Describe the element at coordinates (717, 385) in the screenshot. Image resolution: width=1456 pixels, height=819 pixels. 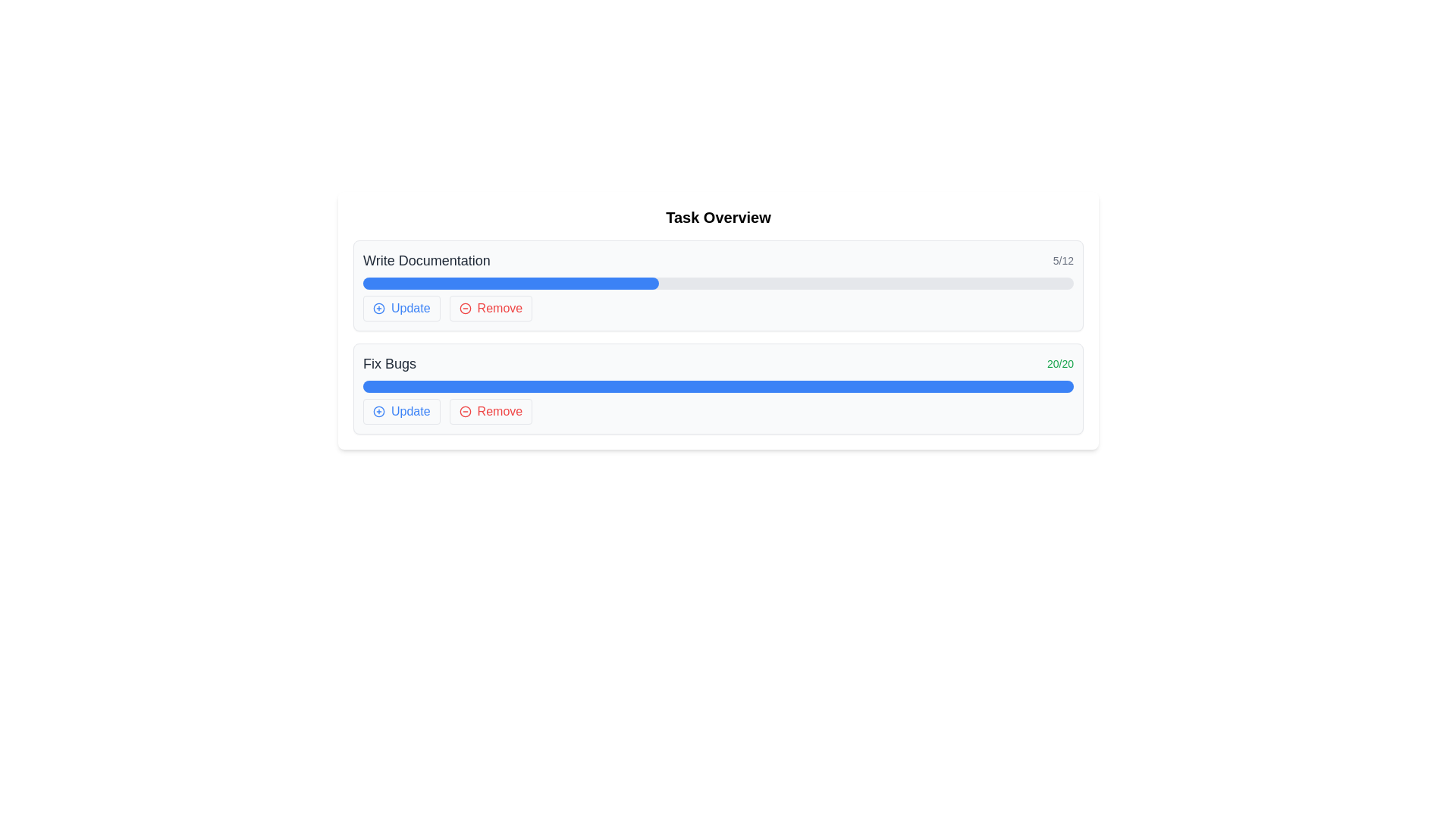
I see `the horizontal progress bar associated with the 'Fix Bugs' task, which is located in the lower task card and has a blue filled portion indicating progress` at that location.